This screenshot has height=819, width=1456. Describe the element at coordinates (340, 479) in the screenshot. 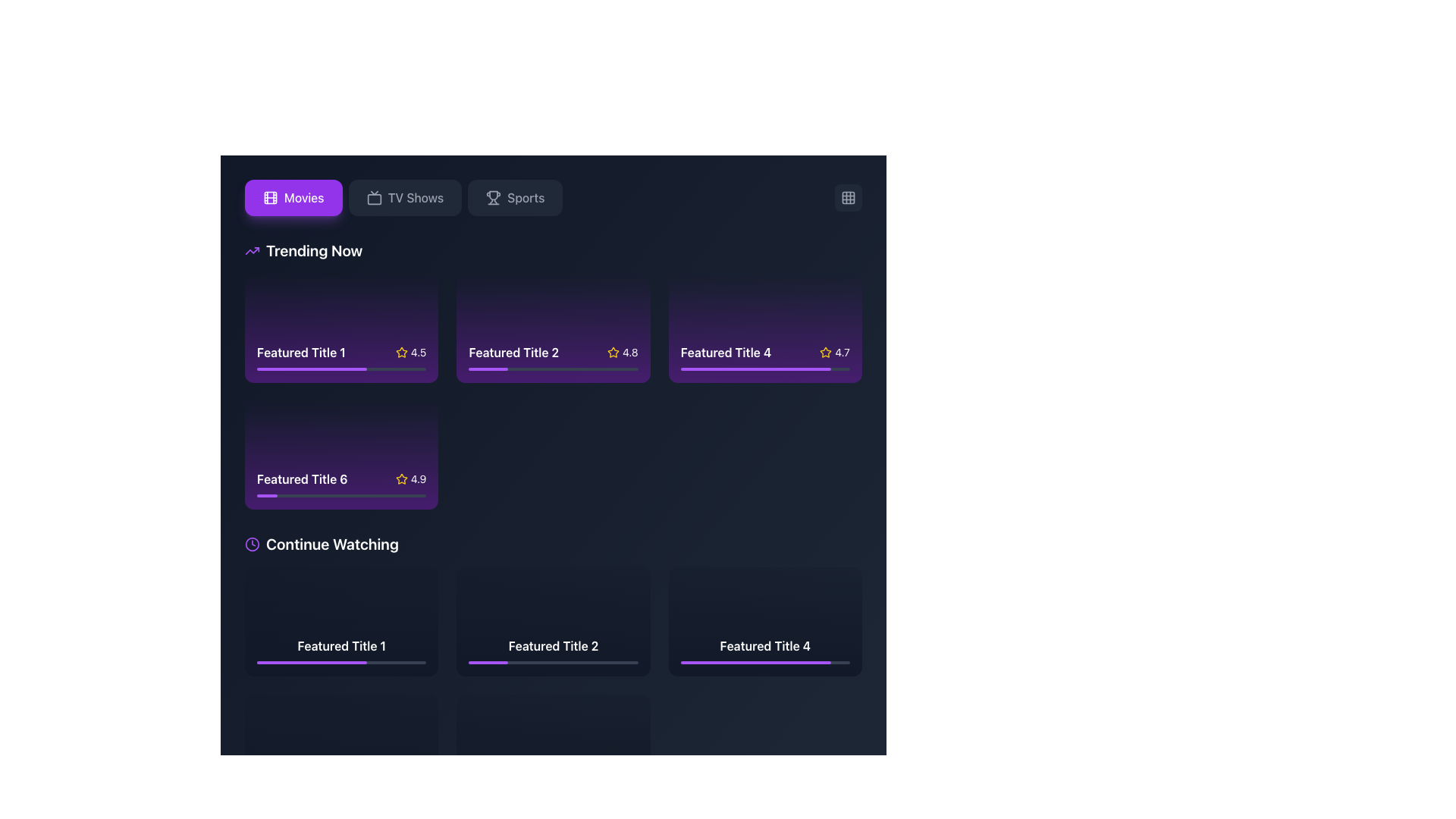

I see `the 'Featured Title 6' list item in the 'Trending Now' section` at that location.